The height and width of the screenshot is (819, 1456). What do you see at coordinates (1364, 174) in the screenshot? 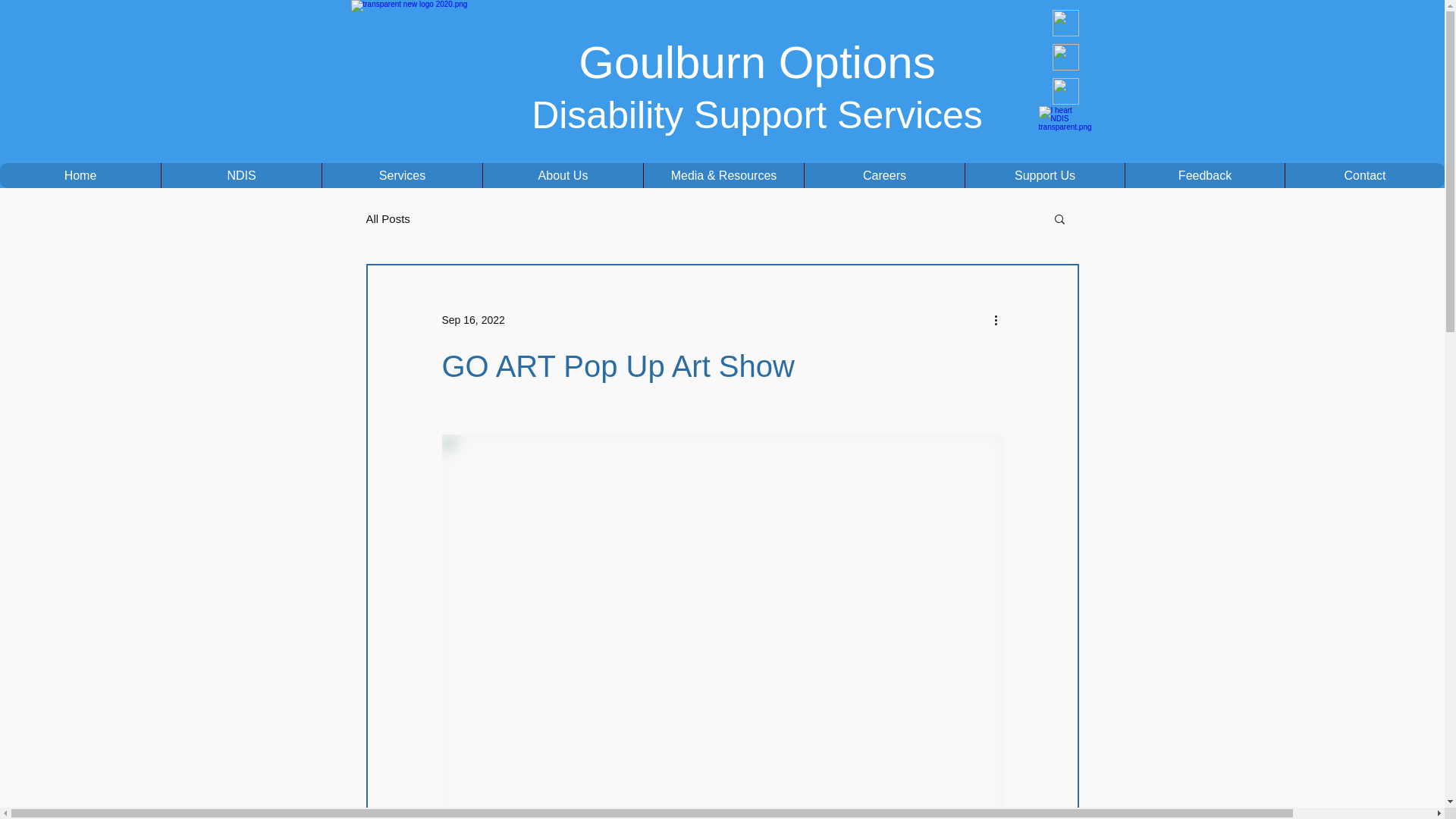
I see `'Contact'` at bounding box center [1364, 174].